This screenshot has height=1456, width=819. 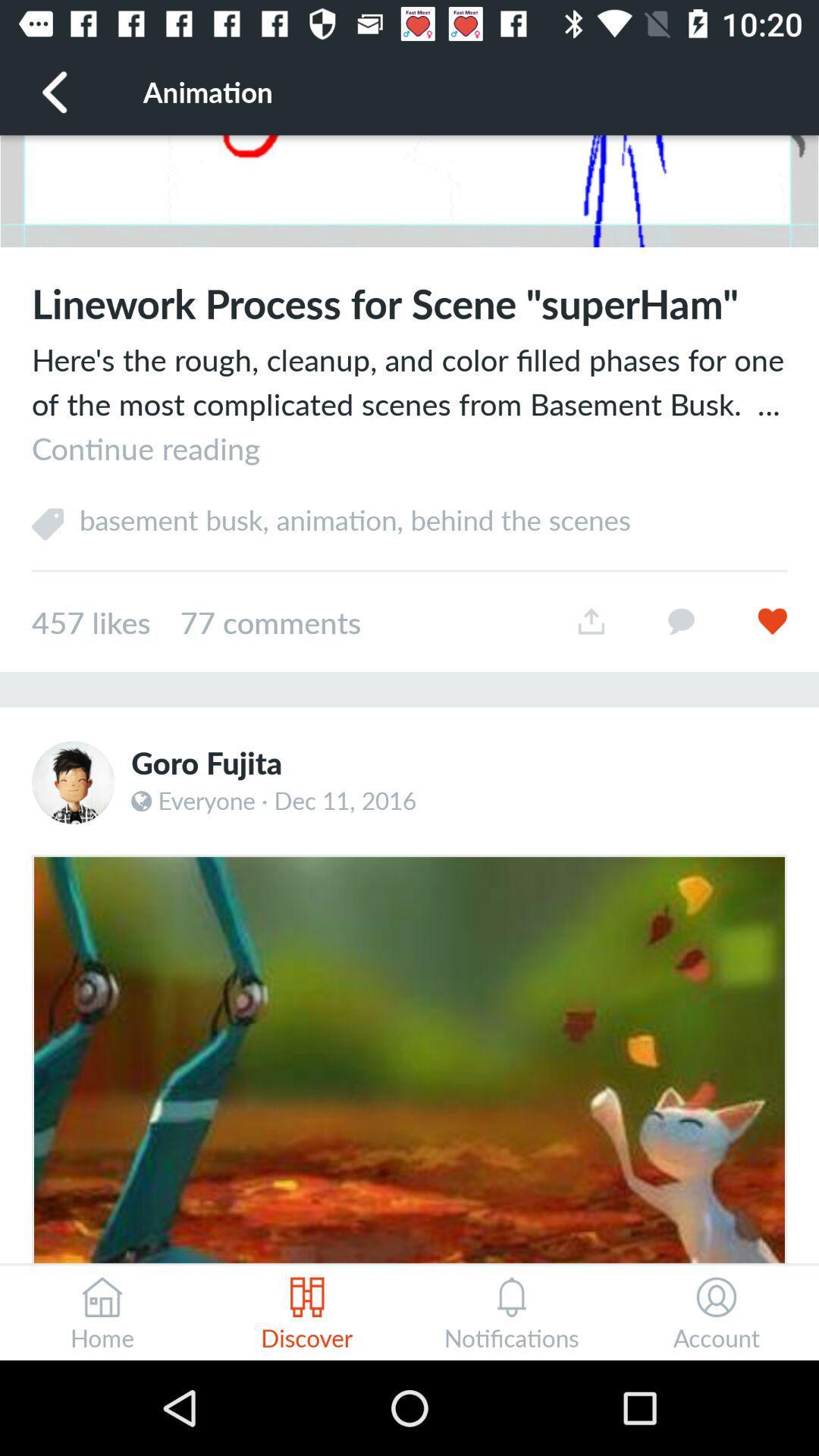 I want to click on here s the, so click(x=409, y=403).